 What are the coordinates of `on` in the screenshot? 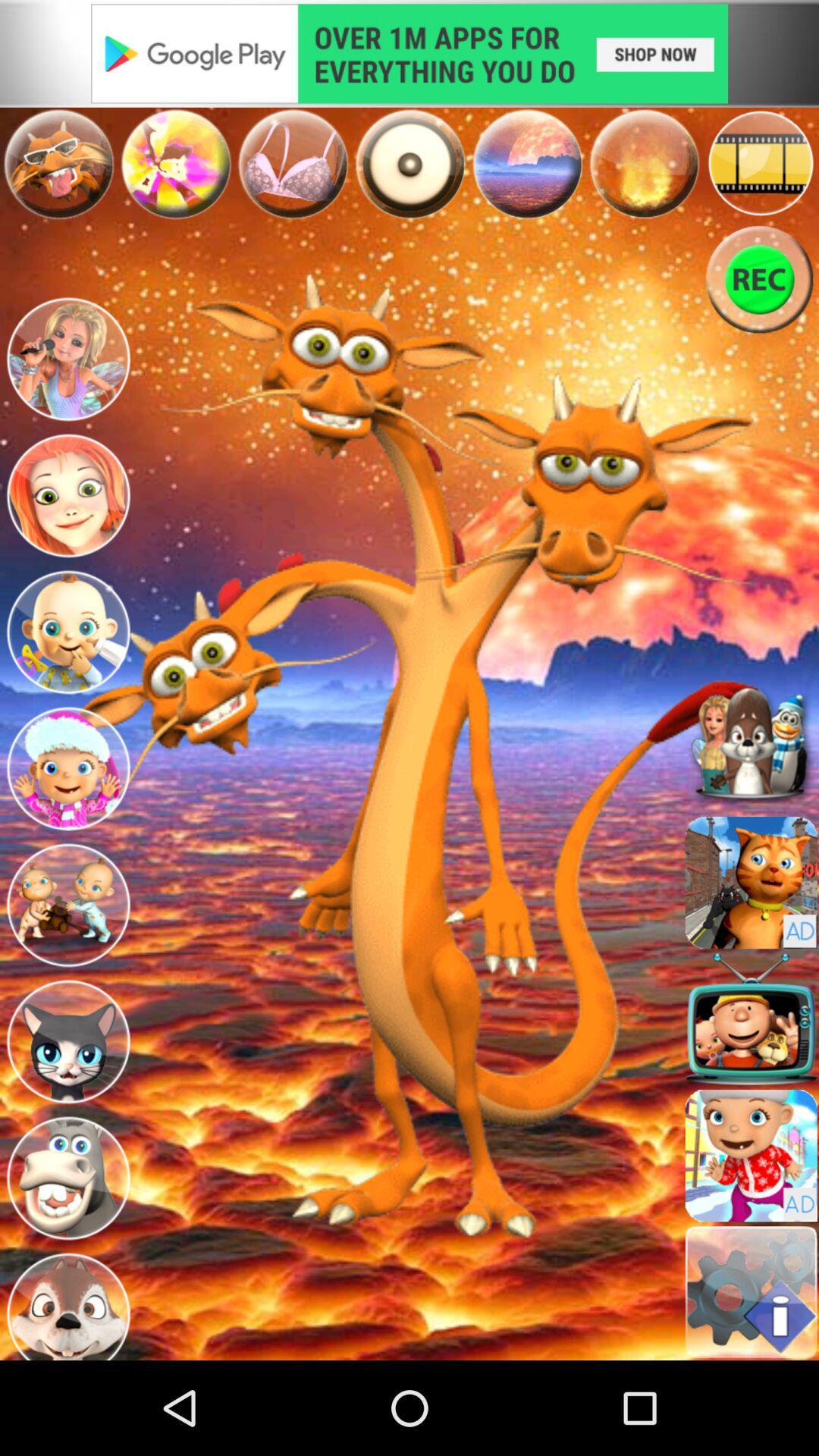 It's located at (409, 164).